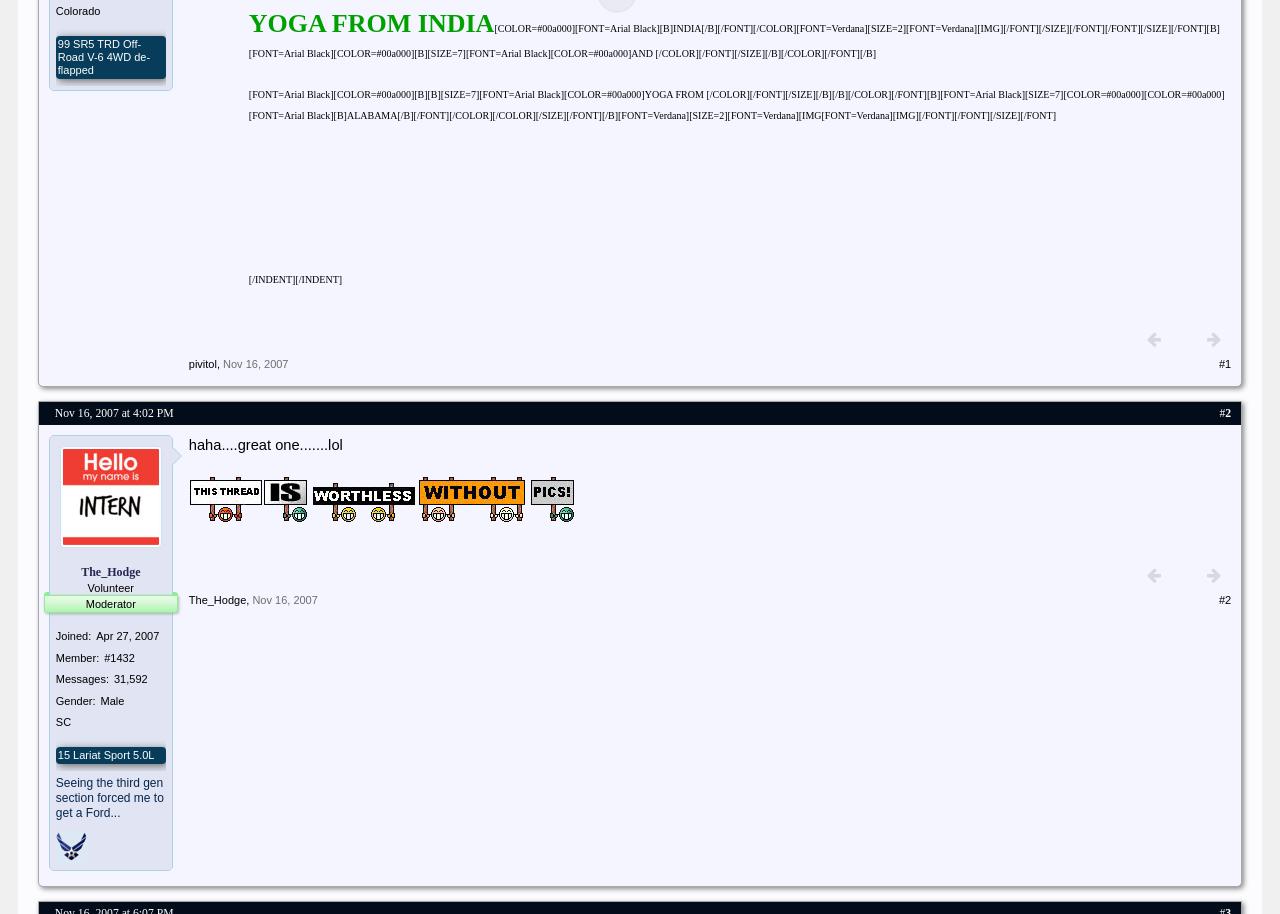 The height and width of the screenshot is (914, 1280). What do you see at coordinates (1223, 599) in the screenshot?
I see `'#2'` at bounding box center [1223, 599].